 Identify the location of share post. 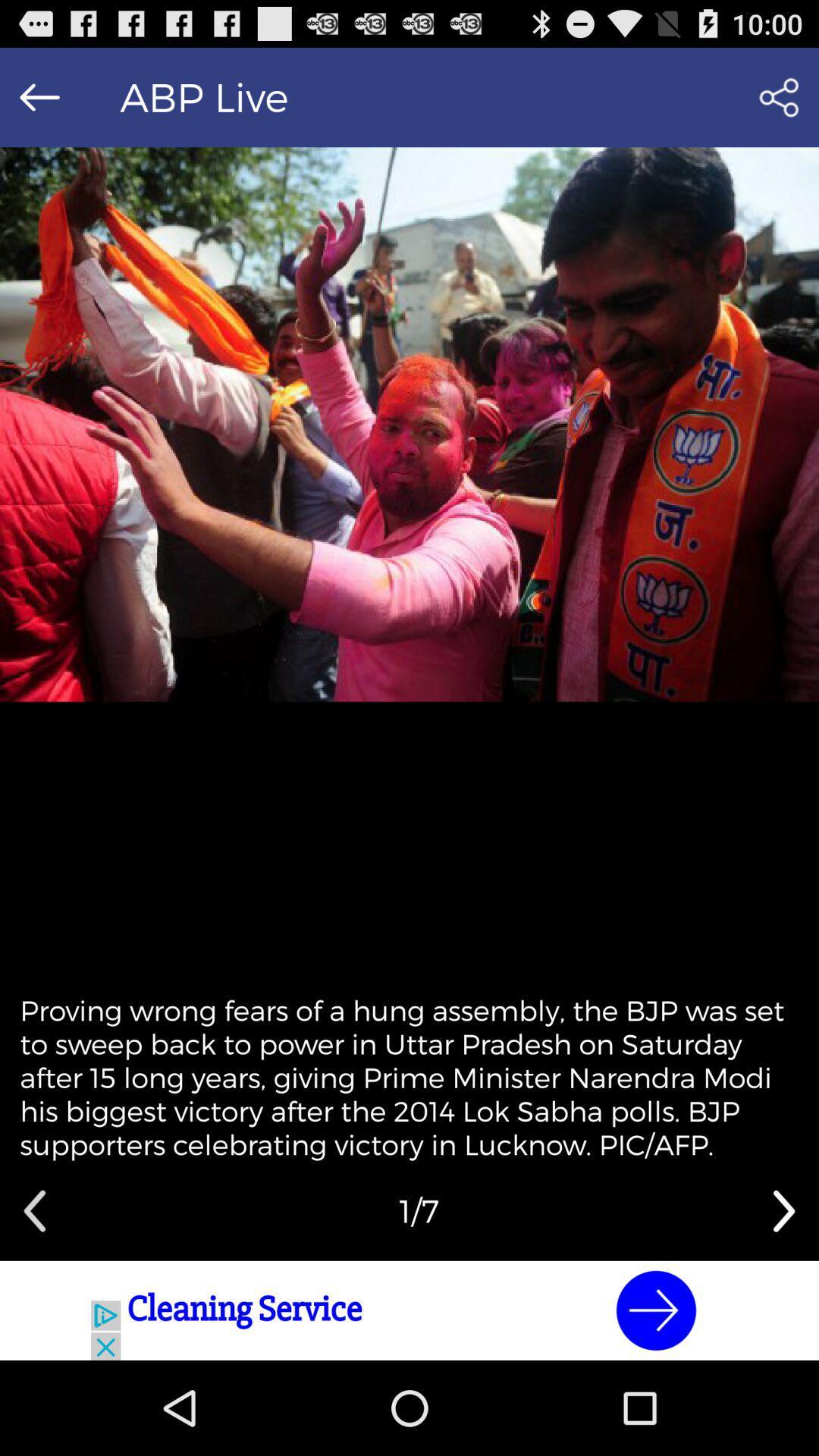
(779, 96).